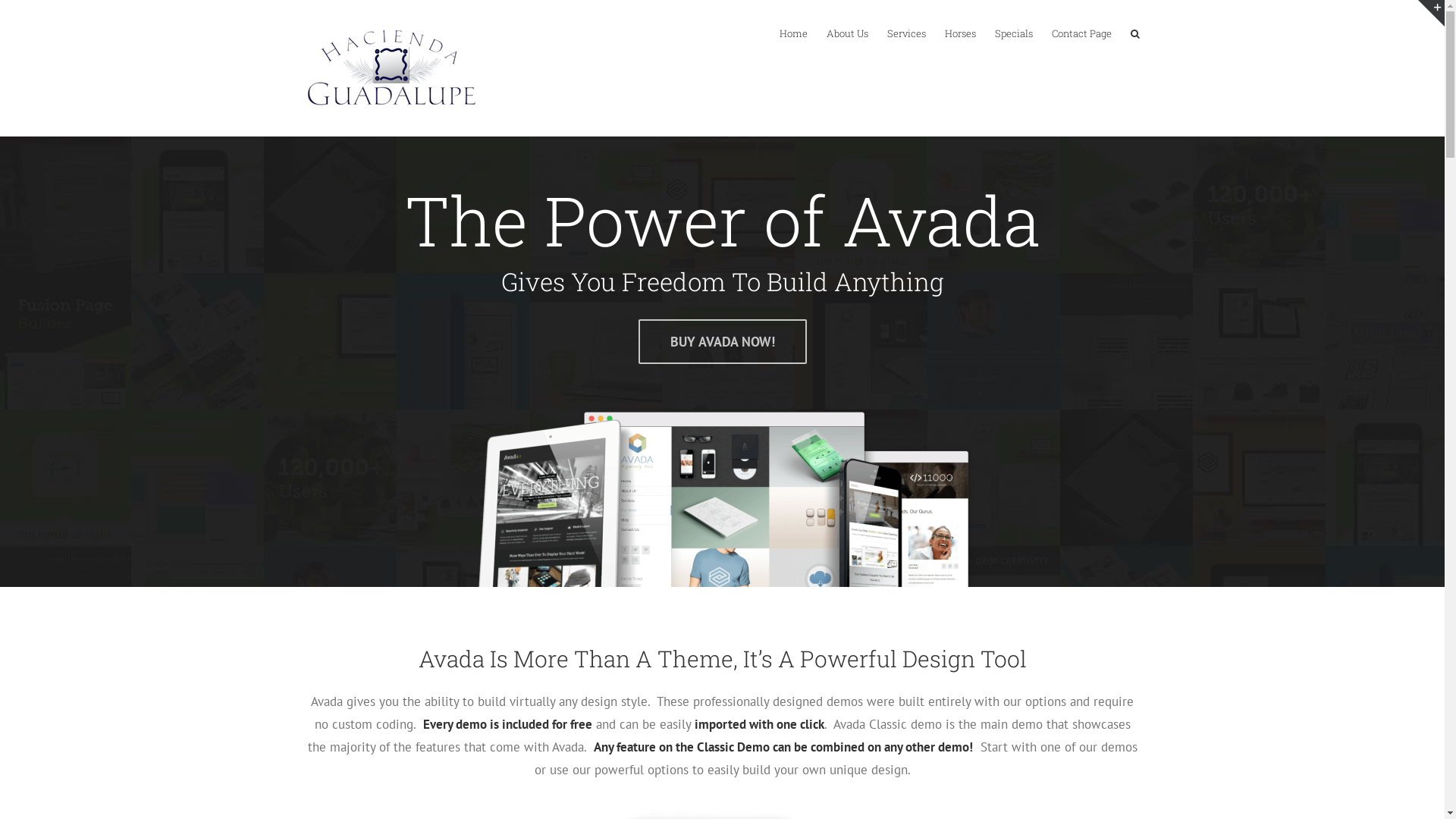 The image size is (1456, 819). Describe the element at coordinates (887, 32) in the screenshot. I see `'Services'` at that location.